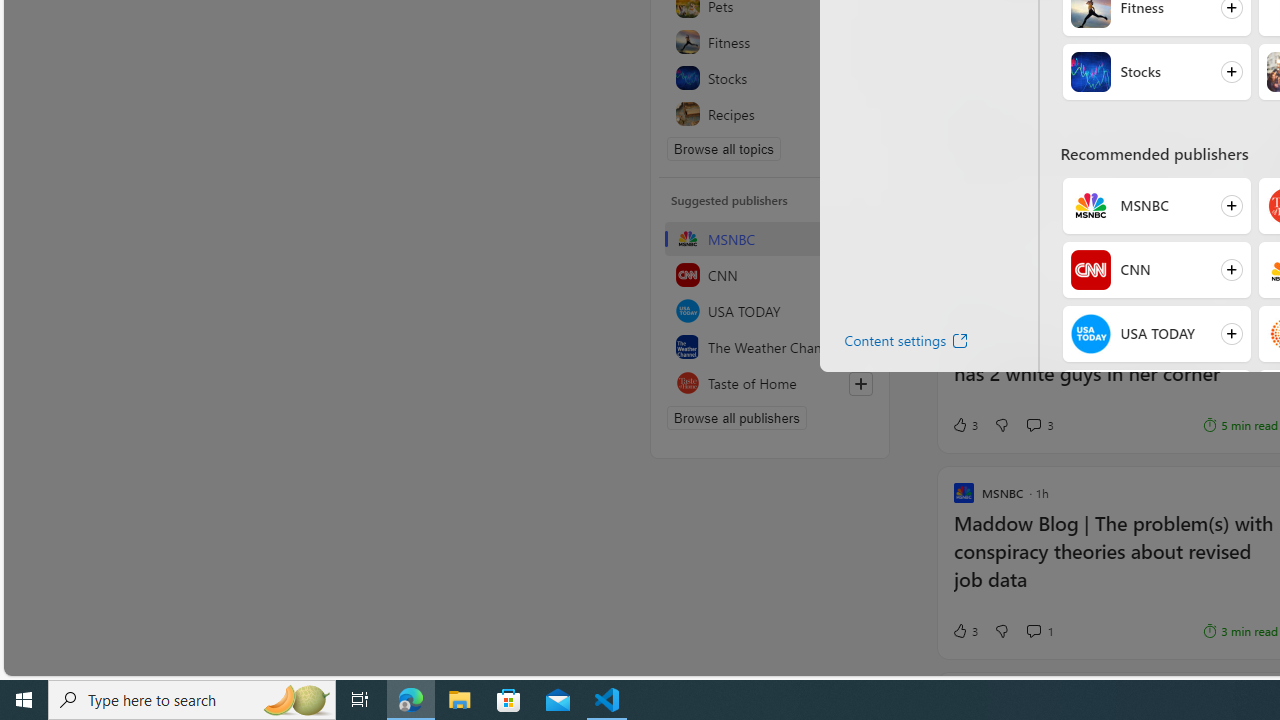  Describe the element at coordinates (1089, 333) in the screenshot. I see `'USA TODAY'` at that location.